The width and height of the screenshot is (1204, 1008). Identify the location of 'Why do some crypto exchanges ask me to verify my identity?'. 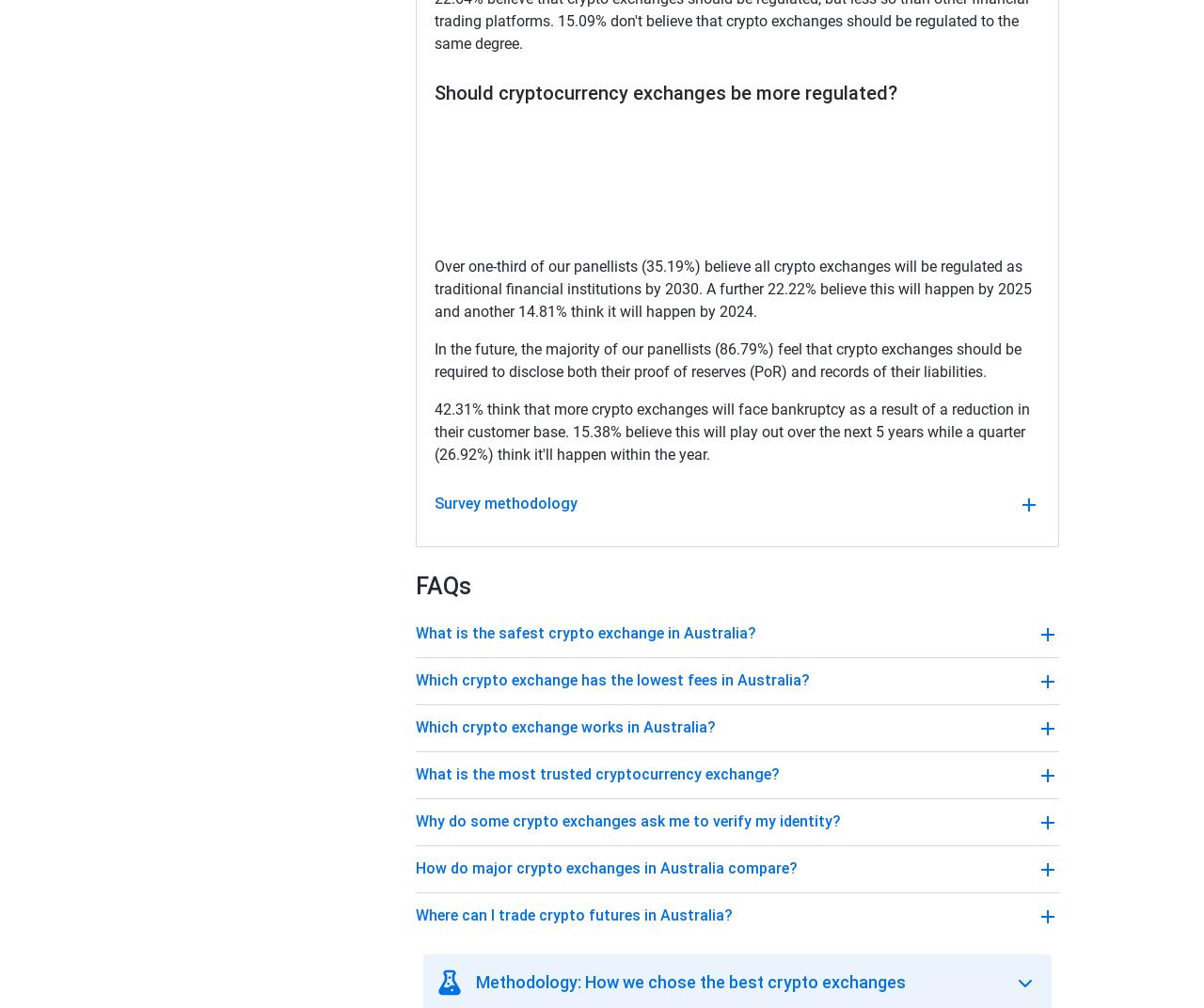
(628, 821).